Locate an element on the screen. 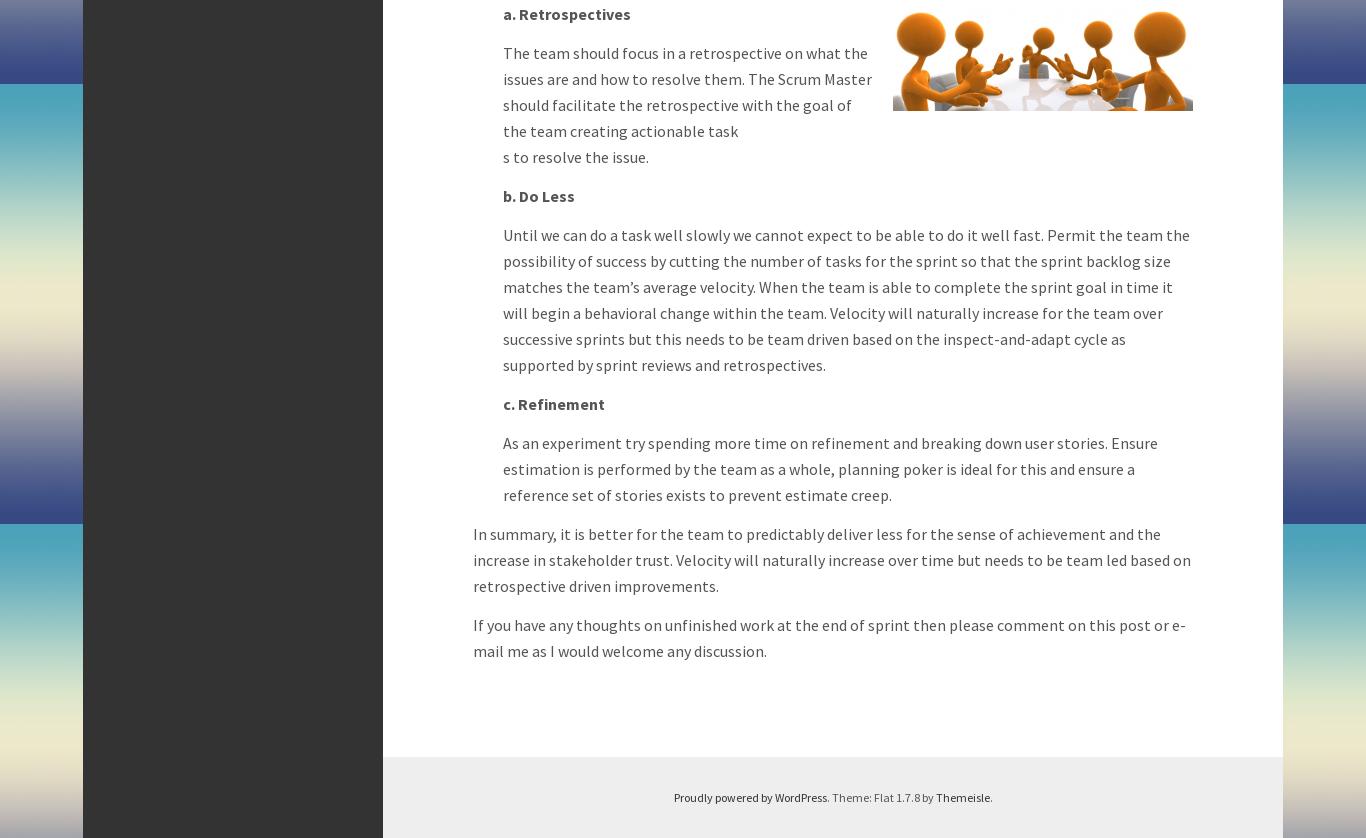 This screenshot has height=838, width=1366. 'The team should focus in a retrospective on what the issues are and how to resolve them. The Scrum Master should facilitate the retrospective with the goal of the team creating actionable task' is located at coordinates (687, 92).